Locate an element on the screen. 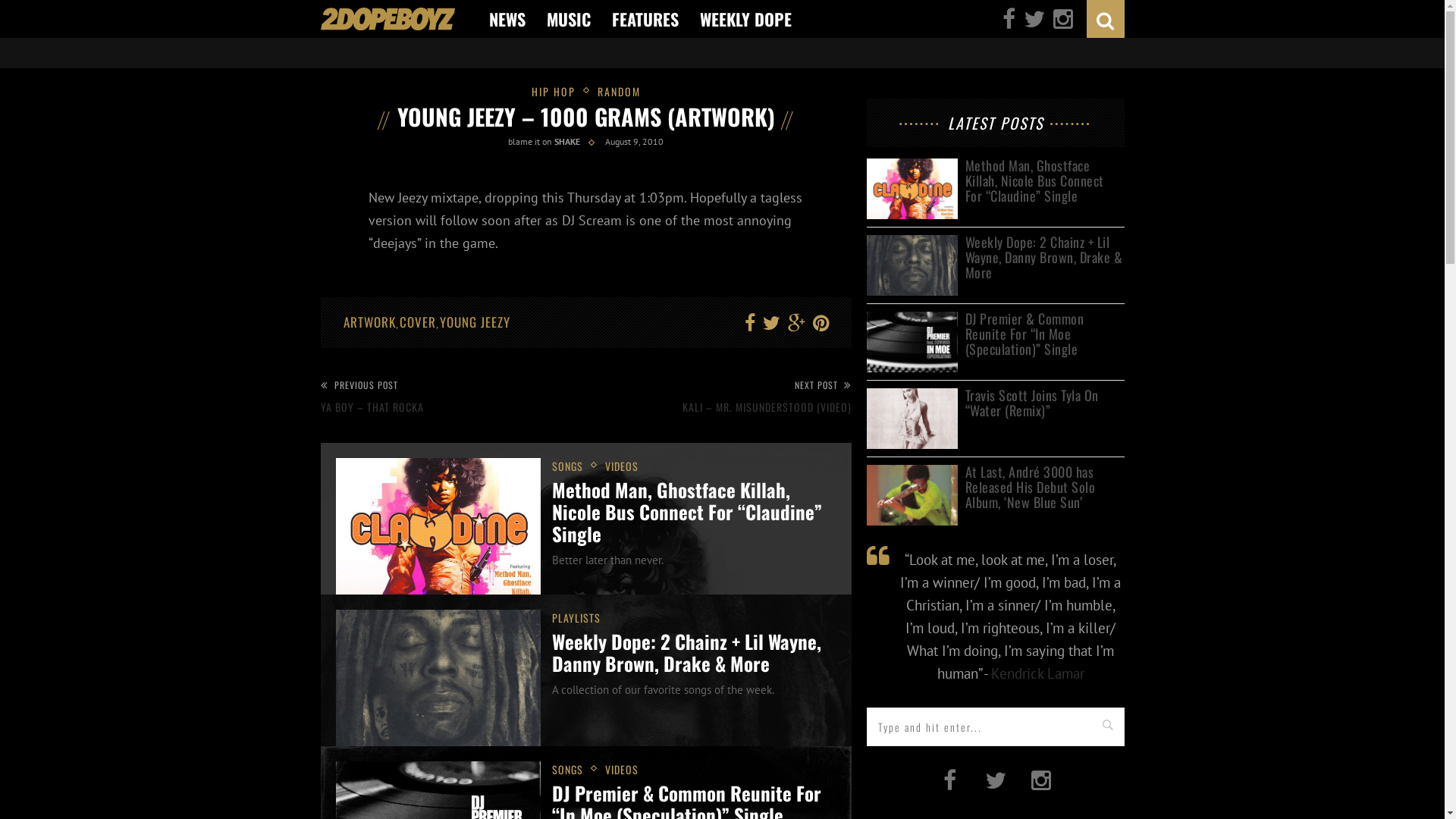 The height and width of the screenshot is (819, 1456). 'HIP HOP' is located at coordinates (558, 91).